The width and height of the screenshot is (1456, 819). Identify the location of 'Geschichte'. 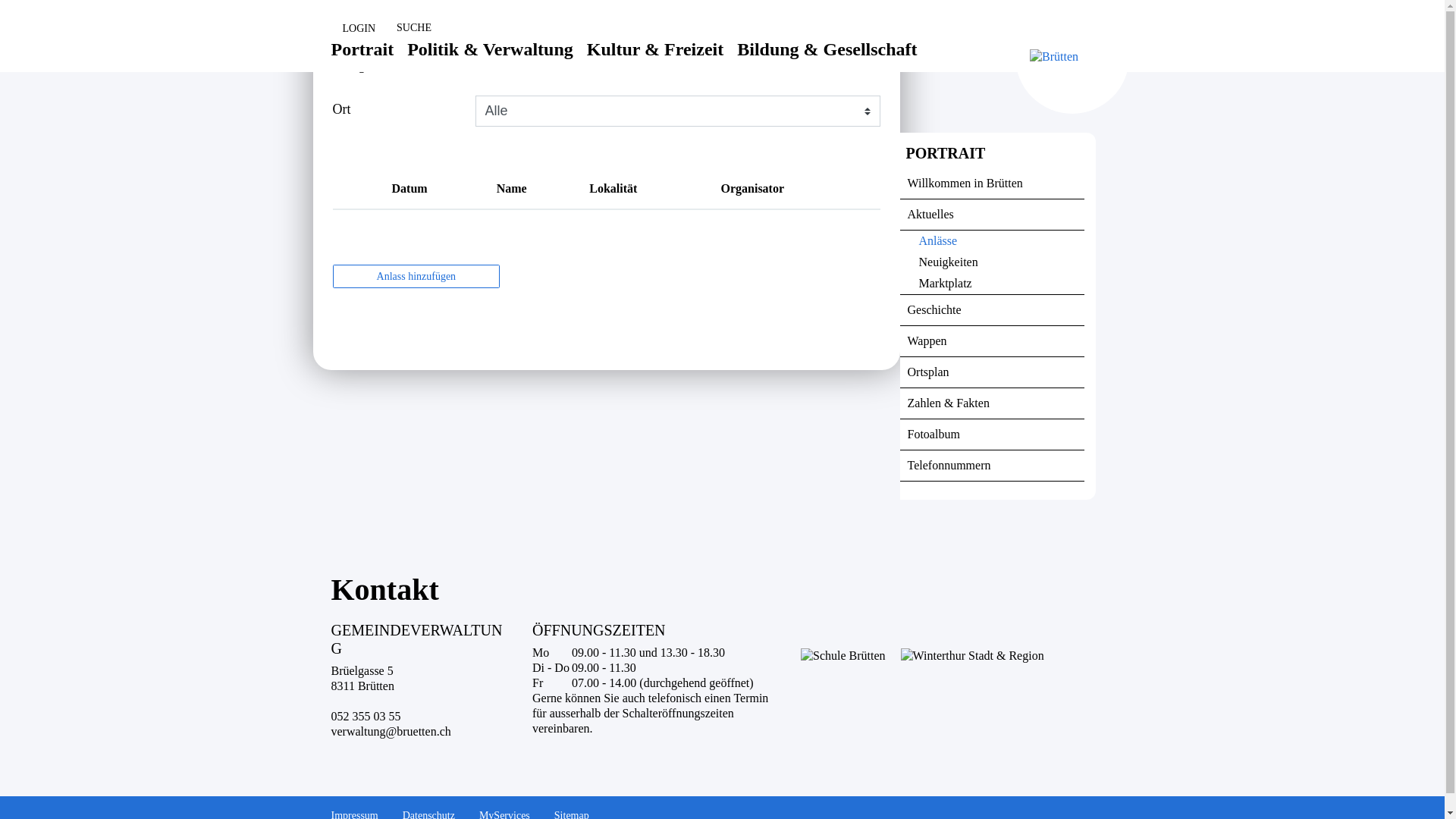
(991, 309).